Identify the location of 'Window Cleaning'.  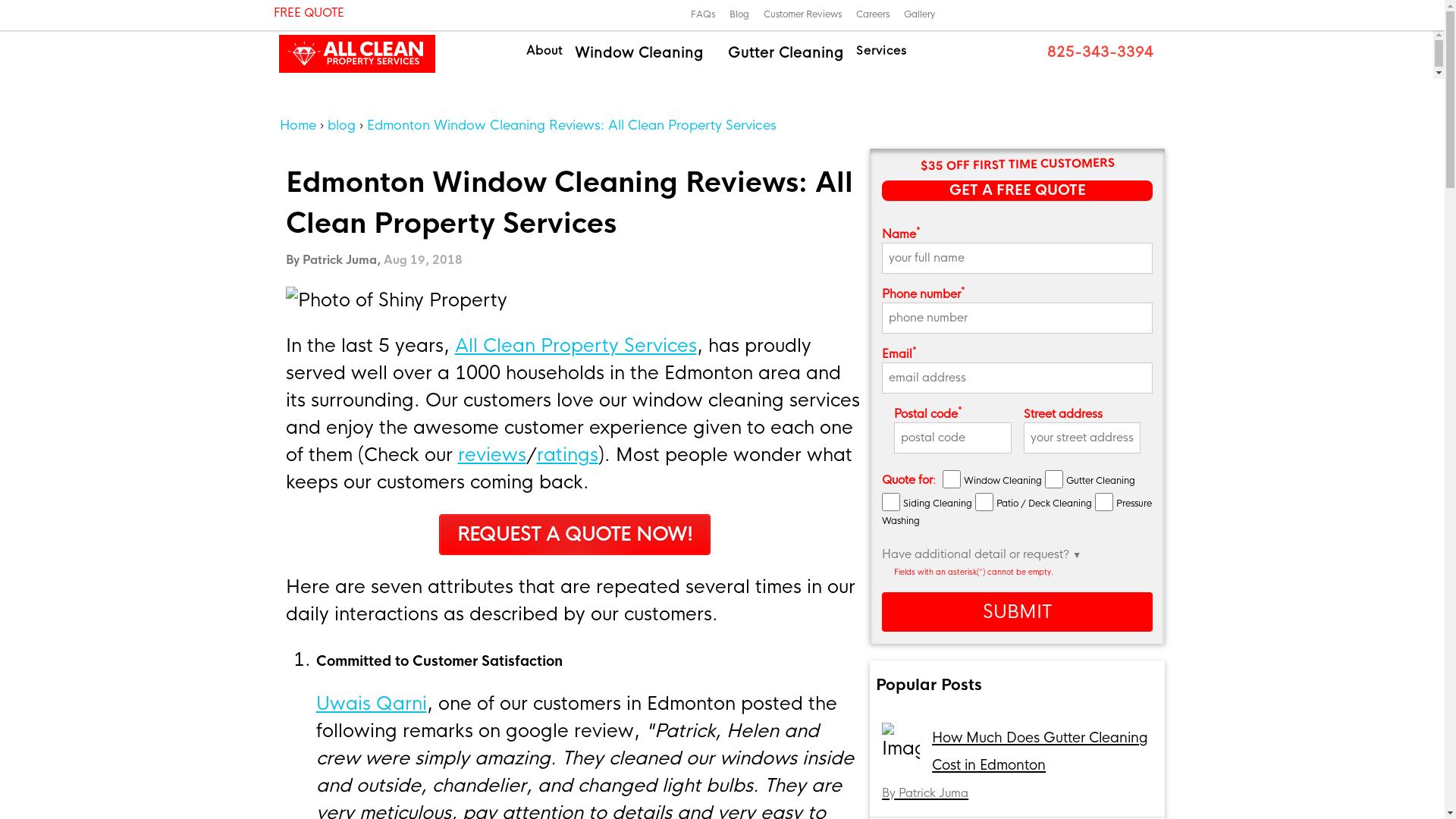
(567, 52).